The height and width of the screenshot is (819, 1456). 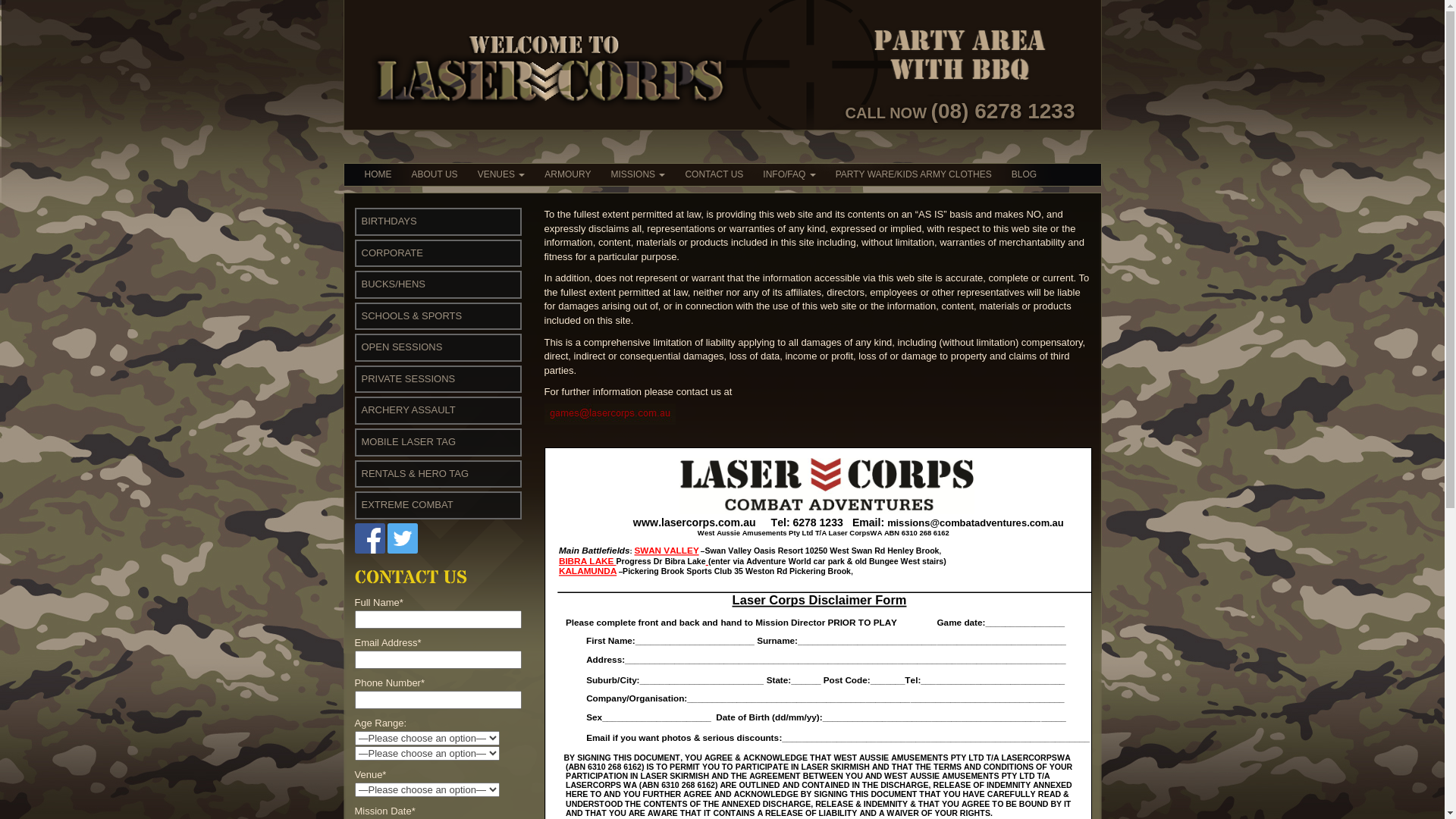 What do you see at coordinates (406, 504) in the screenshot?
I see `'EXTREME COMBAT'` at bounding box center [406, 504].